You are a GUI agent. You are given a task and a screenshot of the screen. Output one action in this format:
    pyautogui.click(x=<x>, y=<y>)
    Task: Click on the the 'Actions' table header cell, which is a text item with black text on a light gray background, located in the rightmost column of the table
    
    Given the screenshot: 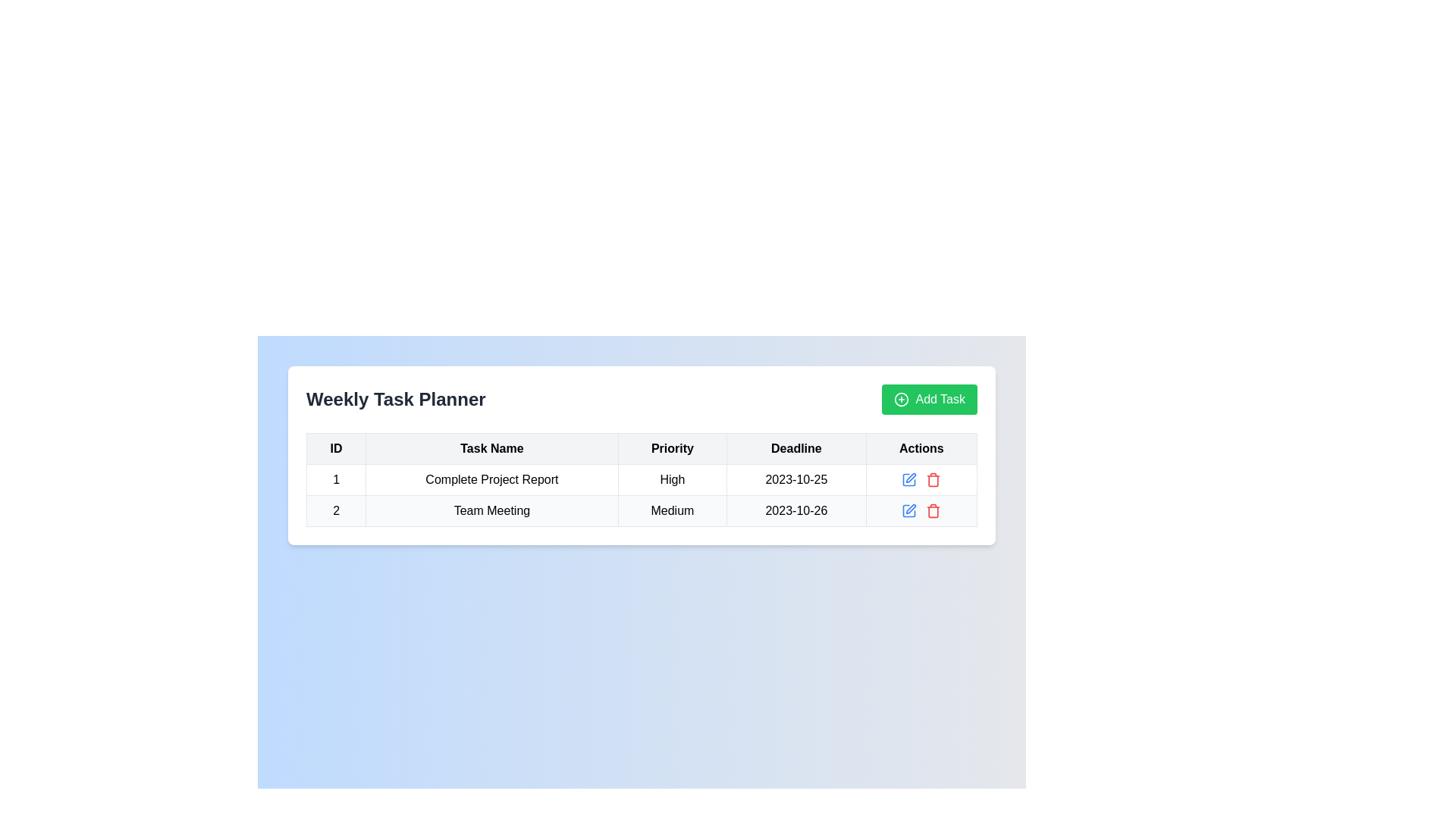 What is the action you would take?
    pyautogui.click(x=921, y=447)
    